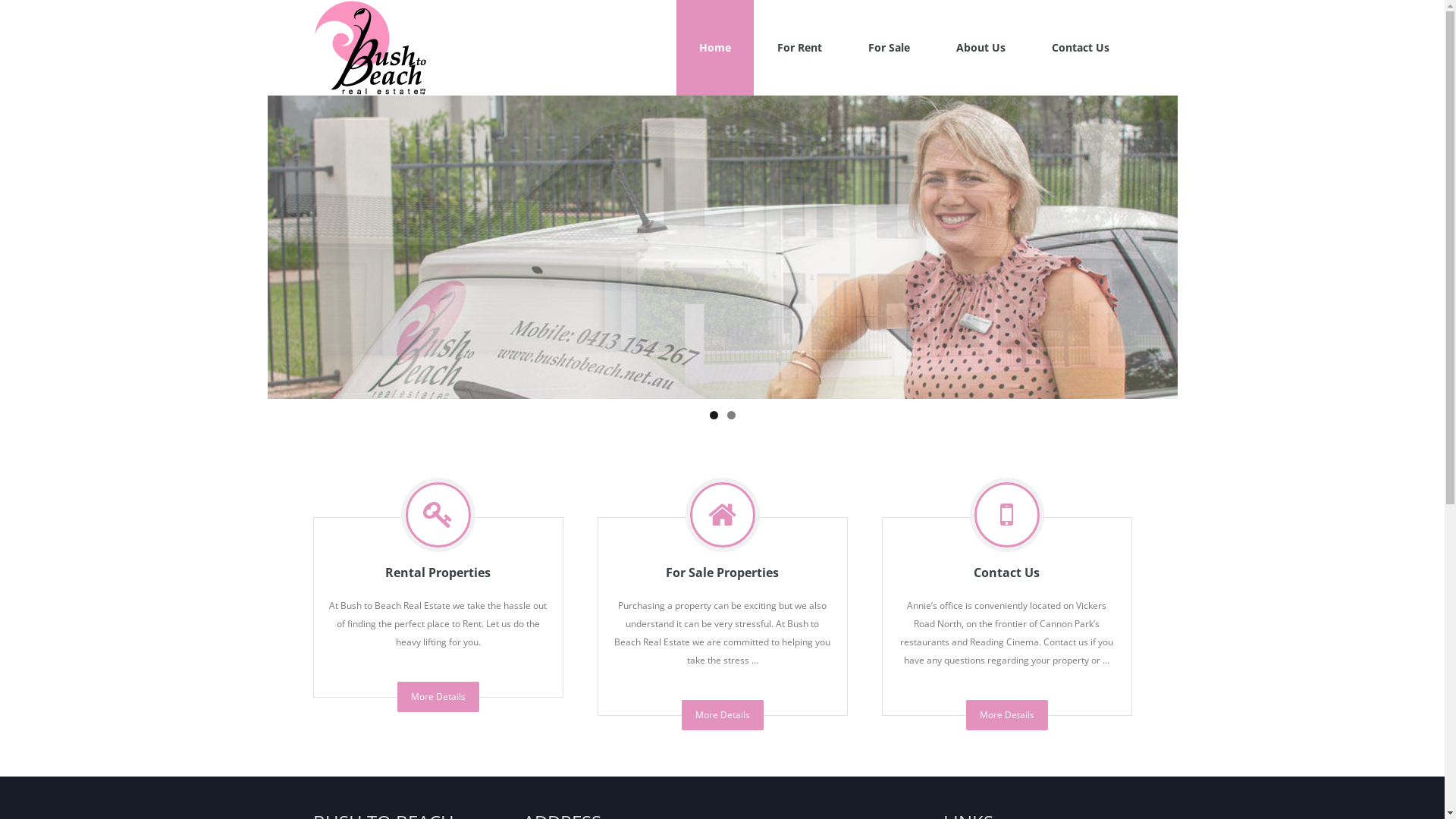  What do you see at coordinates (709, 415) in the screenshot?
I see `'1'` at bounding box center [709, 415].